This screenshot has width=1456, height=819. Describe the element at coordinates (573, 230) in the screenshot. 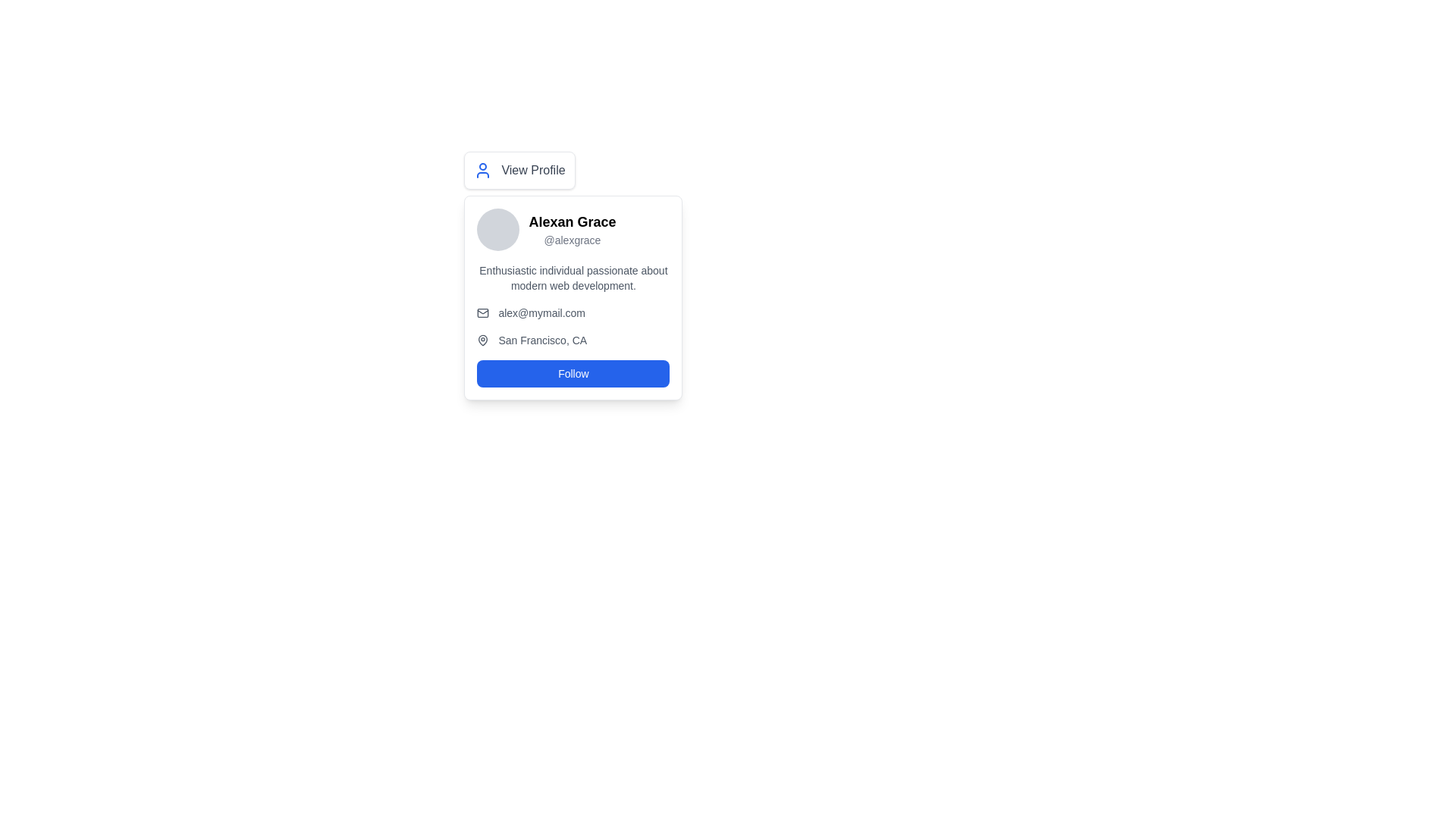

I see `the Profile display section at the top of the dialog box` at that location.